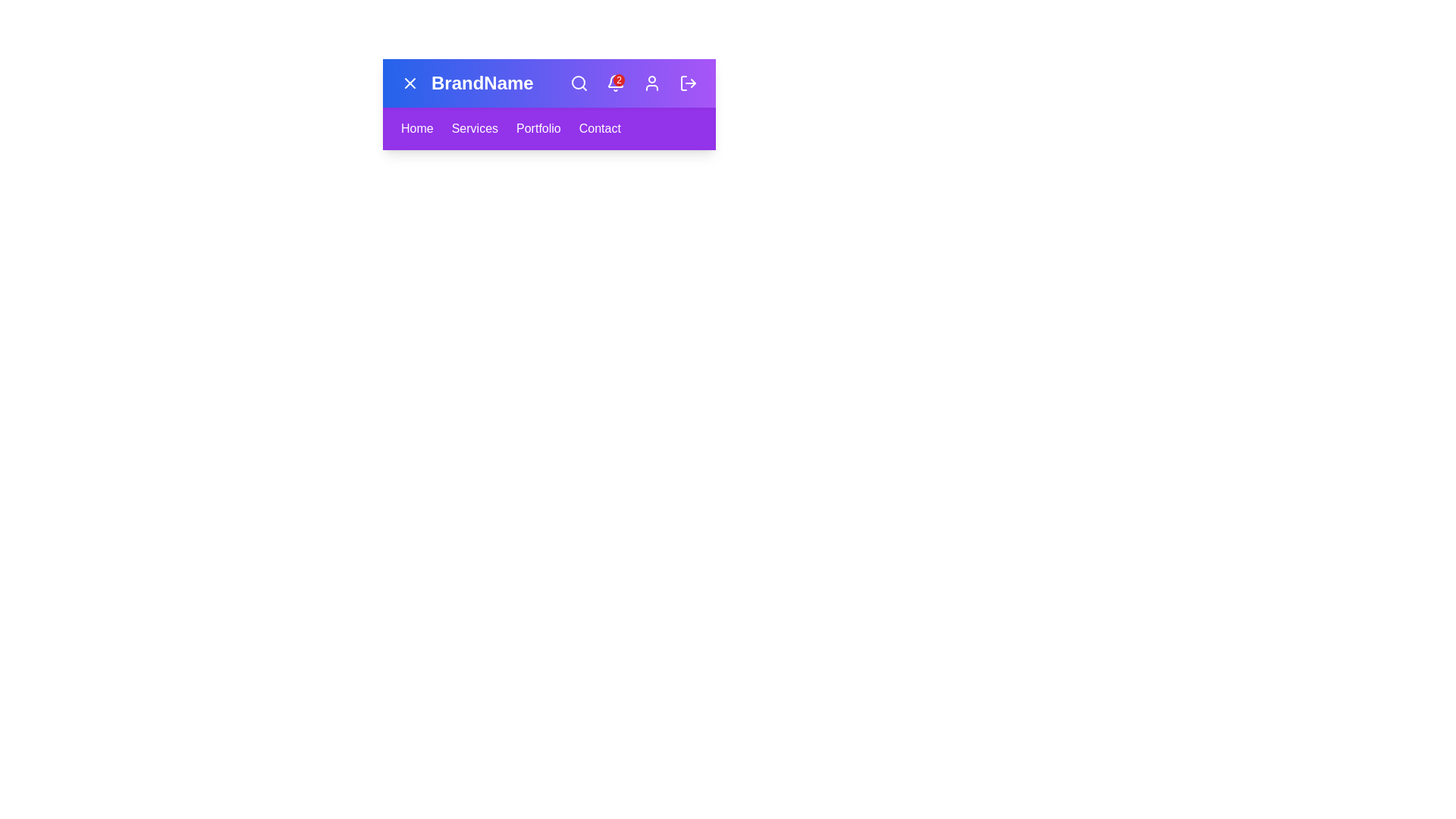 The width and height of the screenshot is (1456, 819). Describe the element at coordinates (619, 80) in the screenshot. I see `the Badge that indicates the number of notifications associated with the bell icon located in the navigation bar towards the right end` at that location.